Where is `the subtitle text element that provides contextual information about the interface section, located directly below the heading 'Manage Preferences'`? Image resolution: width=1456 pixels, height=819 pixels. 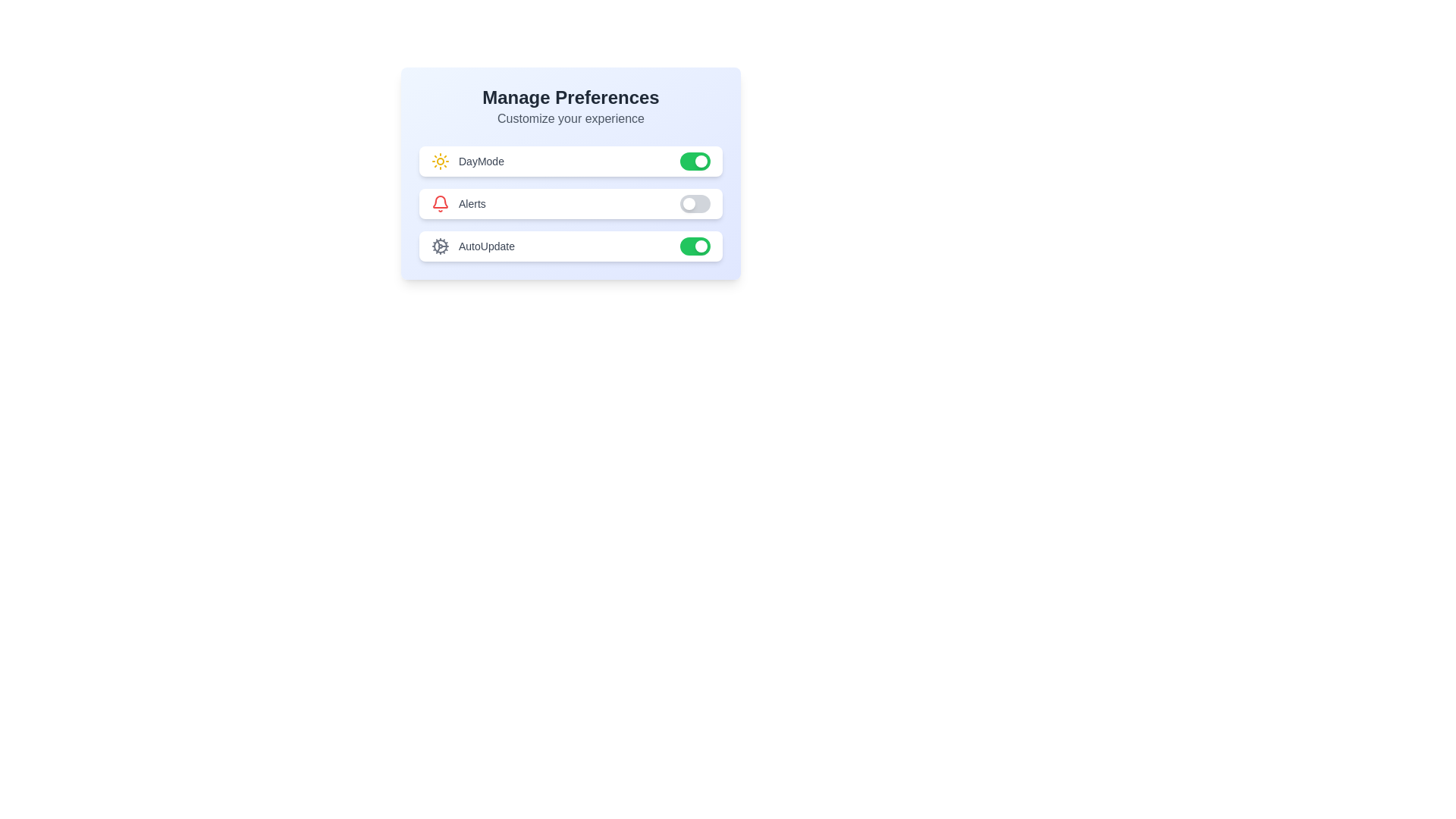 the subtitle text element that provides contextual information about the interface section, located directly below the heading 'Manage Preferences' is located at coordinates (570, 118).